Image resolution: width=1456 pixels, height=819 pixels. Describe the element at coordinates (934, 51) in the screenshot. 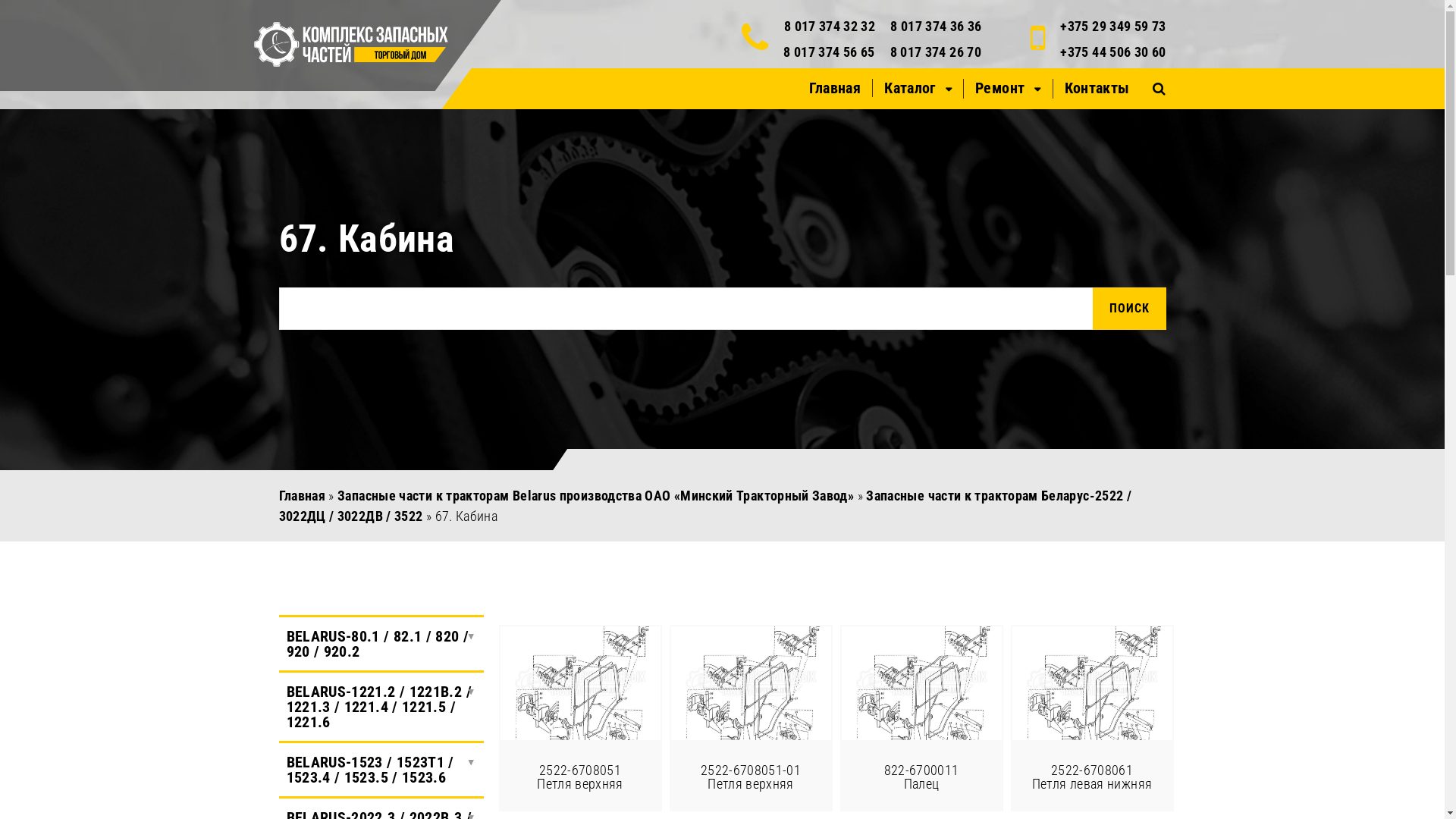

I see `'8 017 374 26 70'` at that location.